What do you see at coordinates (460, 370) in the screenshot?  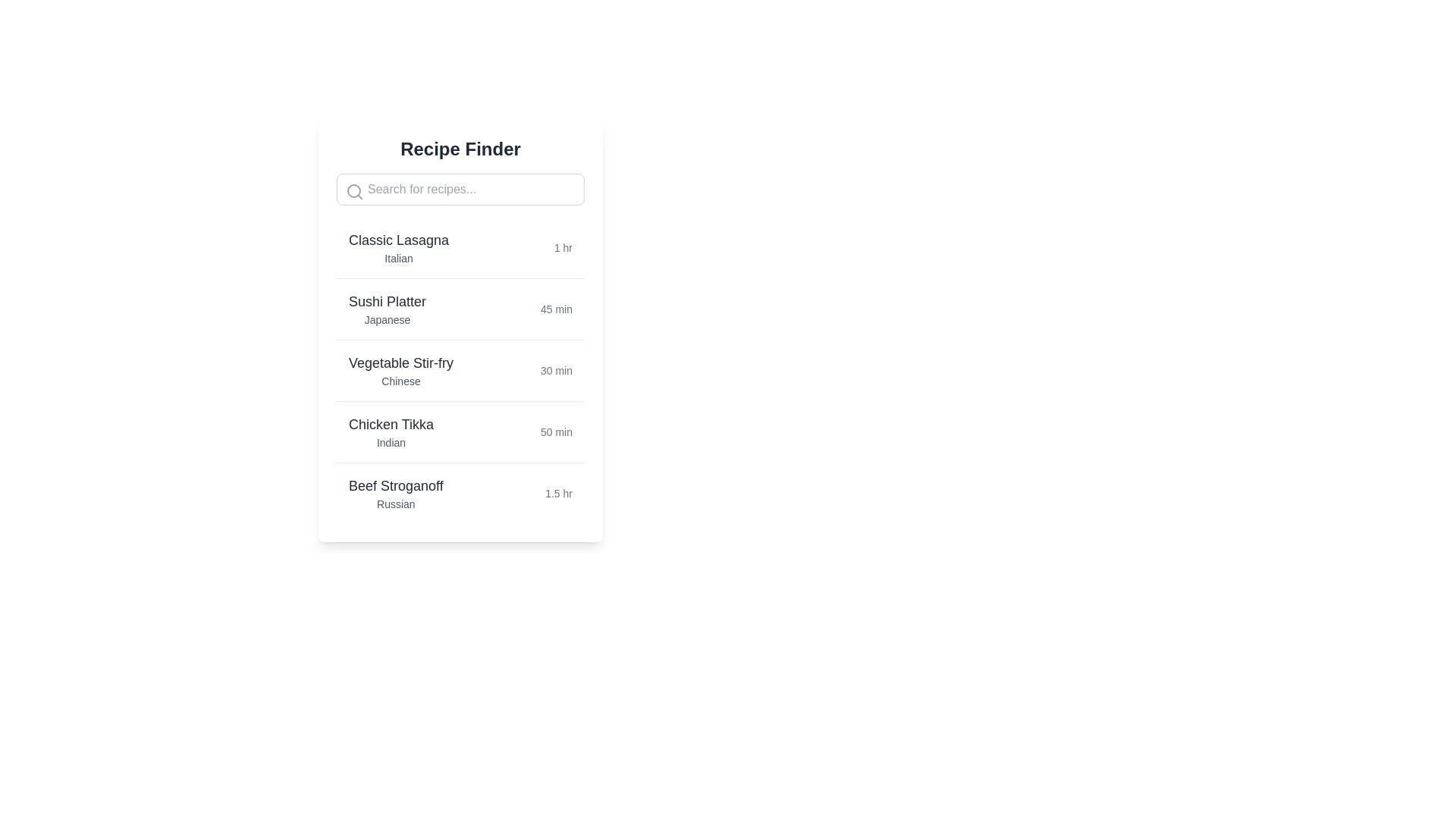 I see `the third list item titled 'Vegetable Stir-fry' in the recipe list` at bounding box center [460, 370].